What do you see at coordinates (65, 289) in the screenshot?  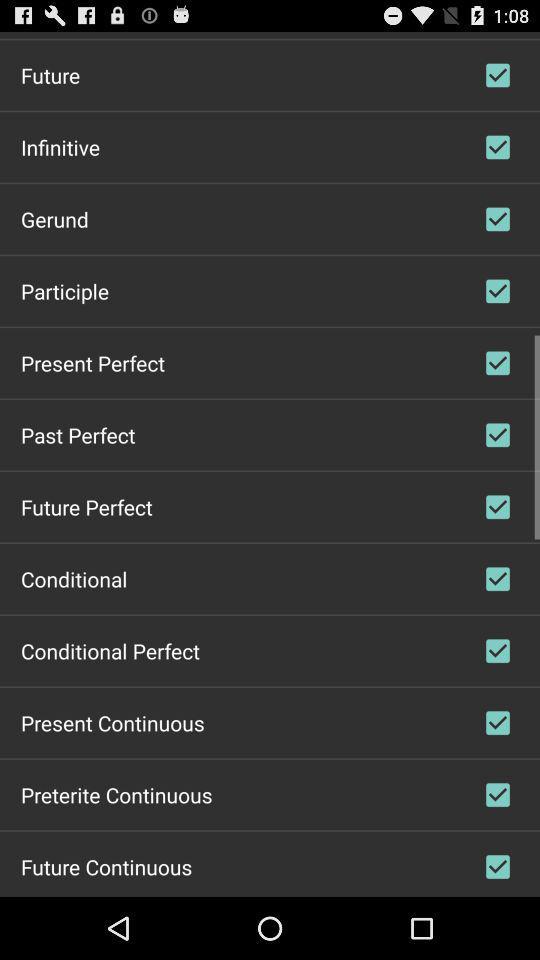 I see `app below gerund icon` at bounding box center [65, 289].